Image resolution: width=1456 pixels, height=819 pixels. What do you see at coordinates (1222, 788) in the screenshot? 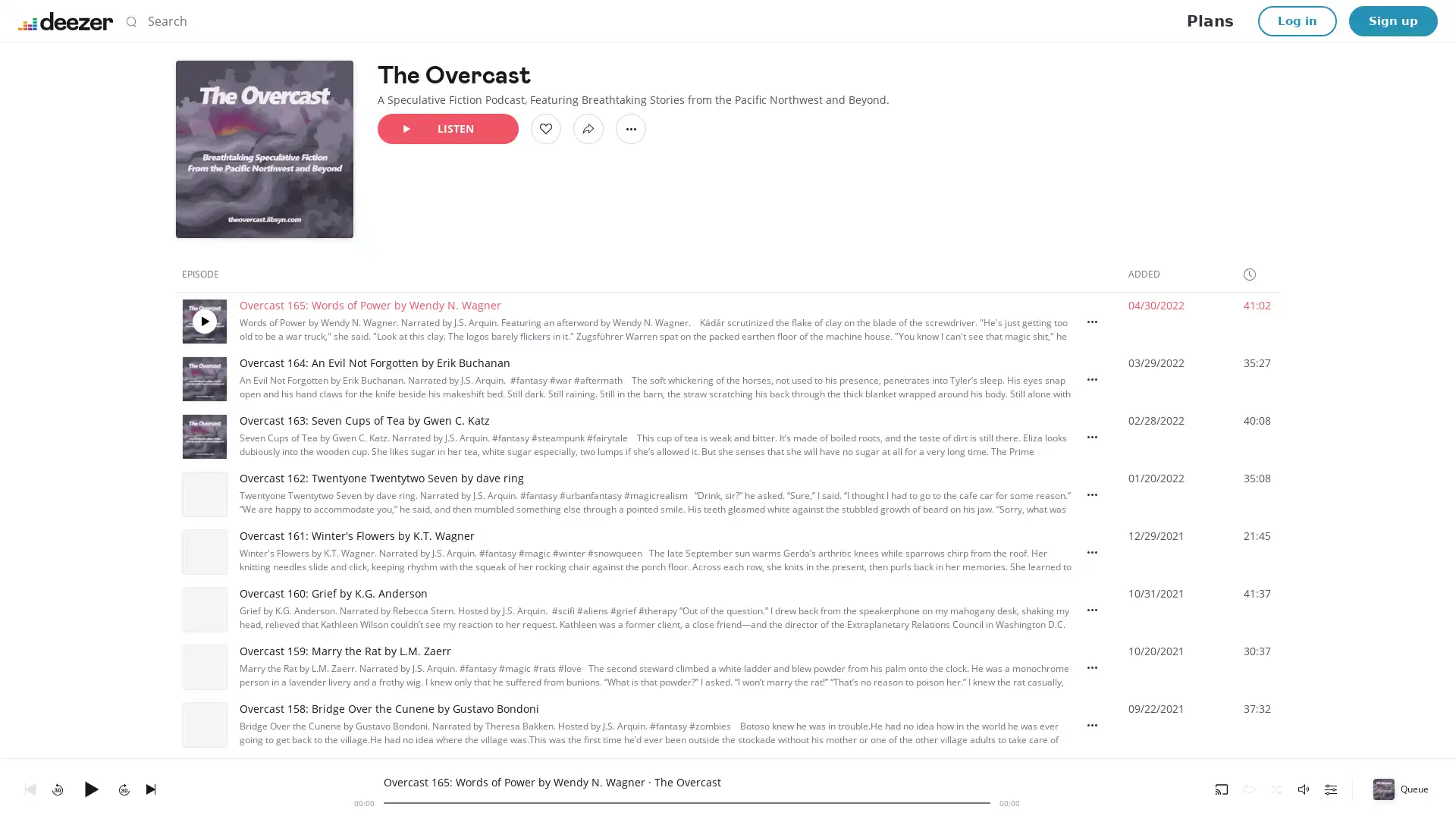
I see `Chromecast` at bounding box center [1222, 788].